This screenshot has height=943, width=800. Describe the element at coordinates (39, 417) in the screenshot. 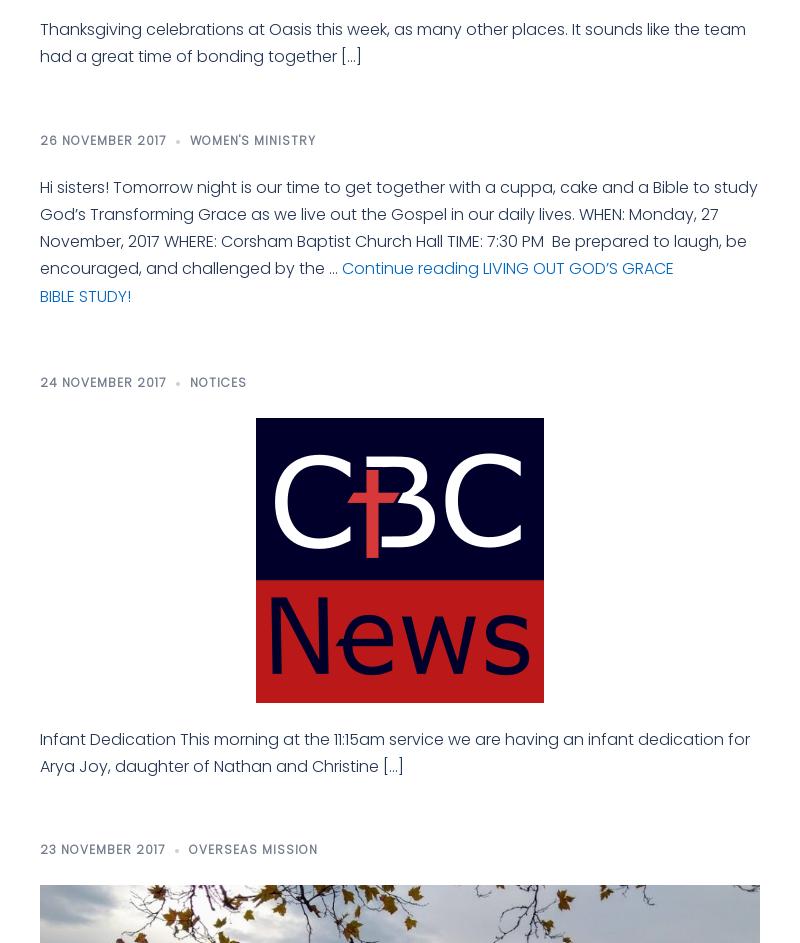

I see `'Corsham Baptist Church'` at that location.